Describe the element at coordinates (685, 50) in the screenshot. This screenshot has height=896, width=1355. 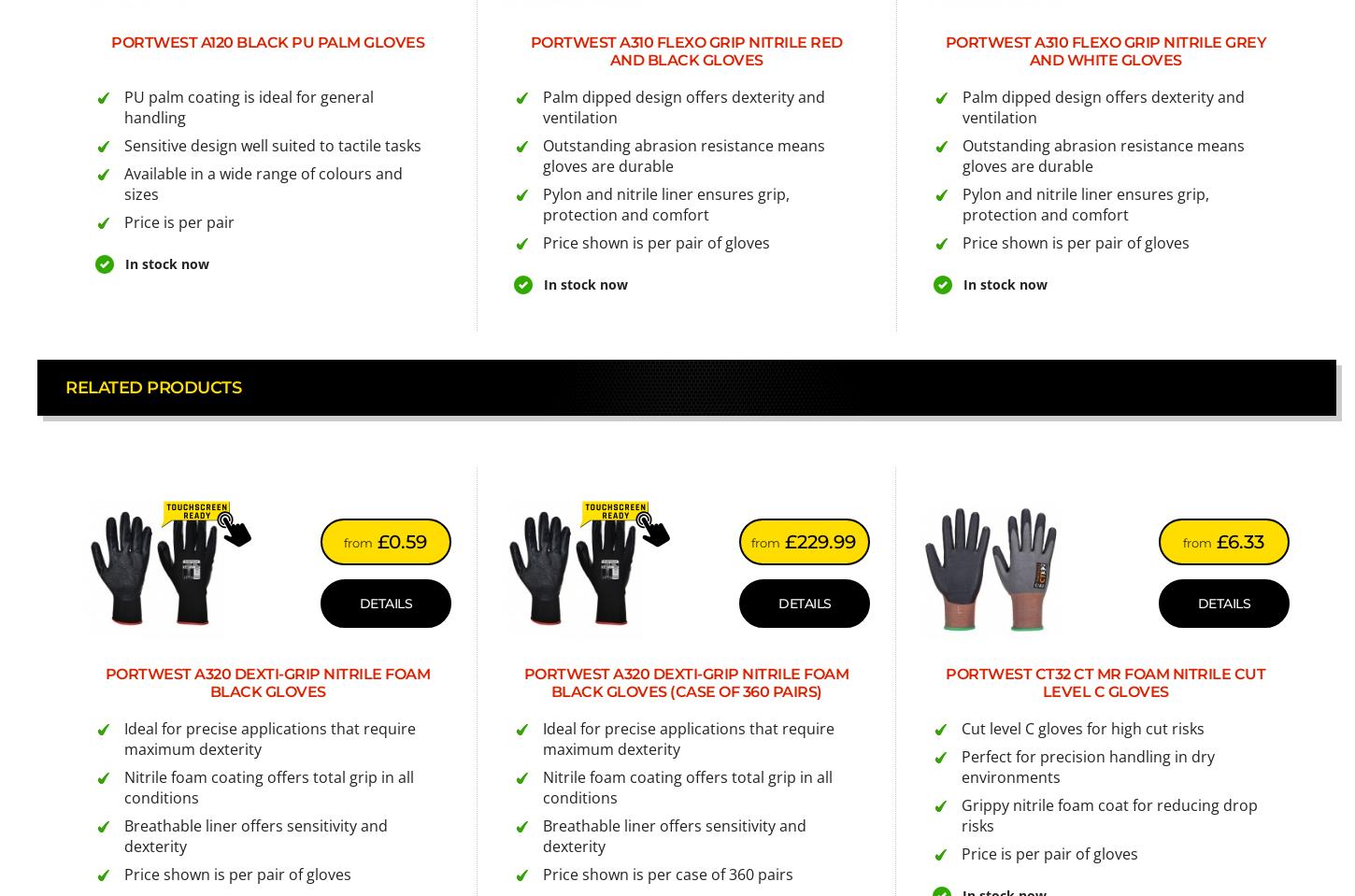
I see `'Portwest A310 Flexo Grip Nitrile Red and Black Gloves'` at that location.